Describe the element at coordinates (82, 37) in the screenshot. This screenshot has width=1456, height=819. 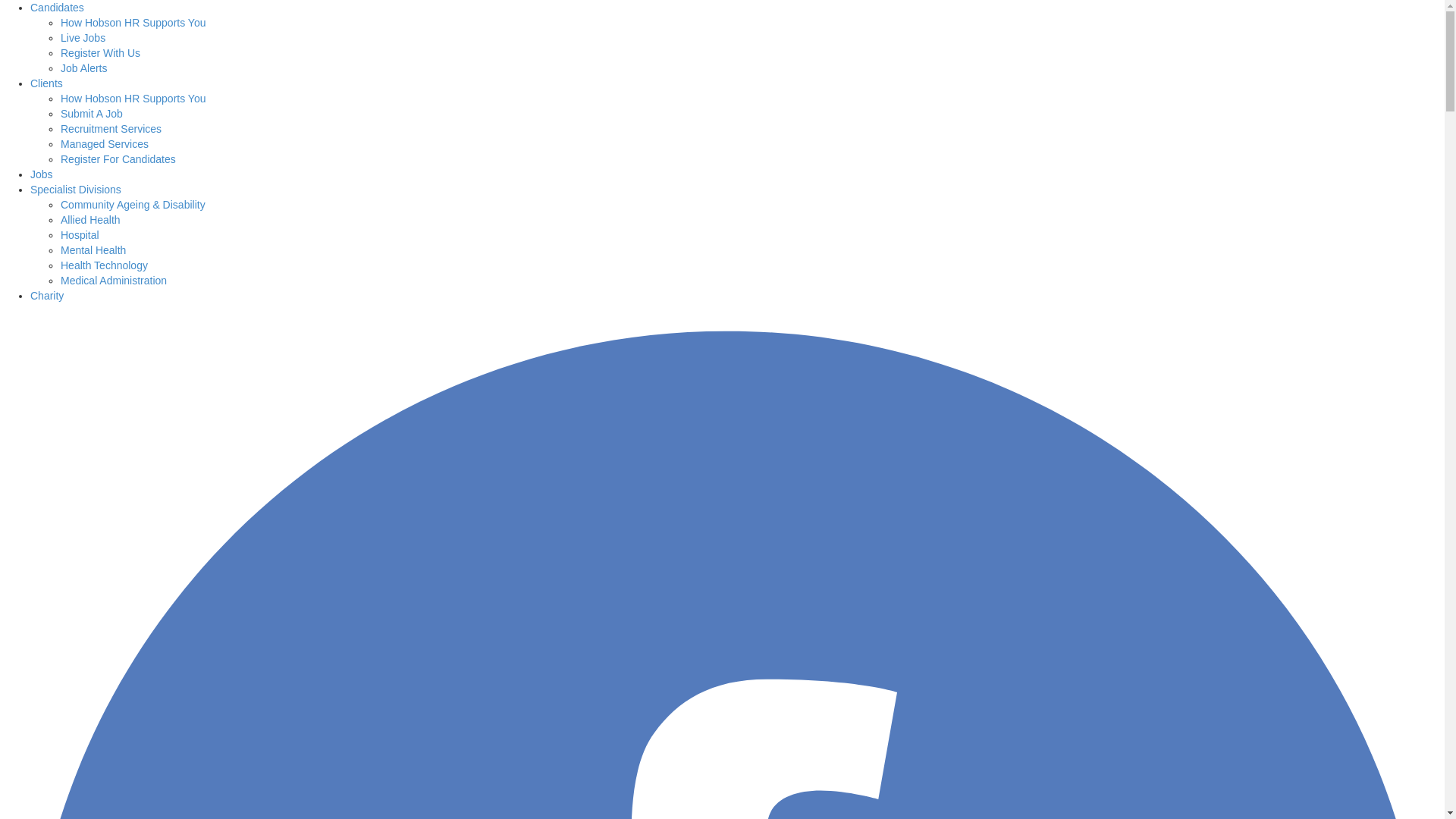
I see `'Live Jobs'` at that location.